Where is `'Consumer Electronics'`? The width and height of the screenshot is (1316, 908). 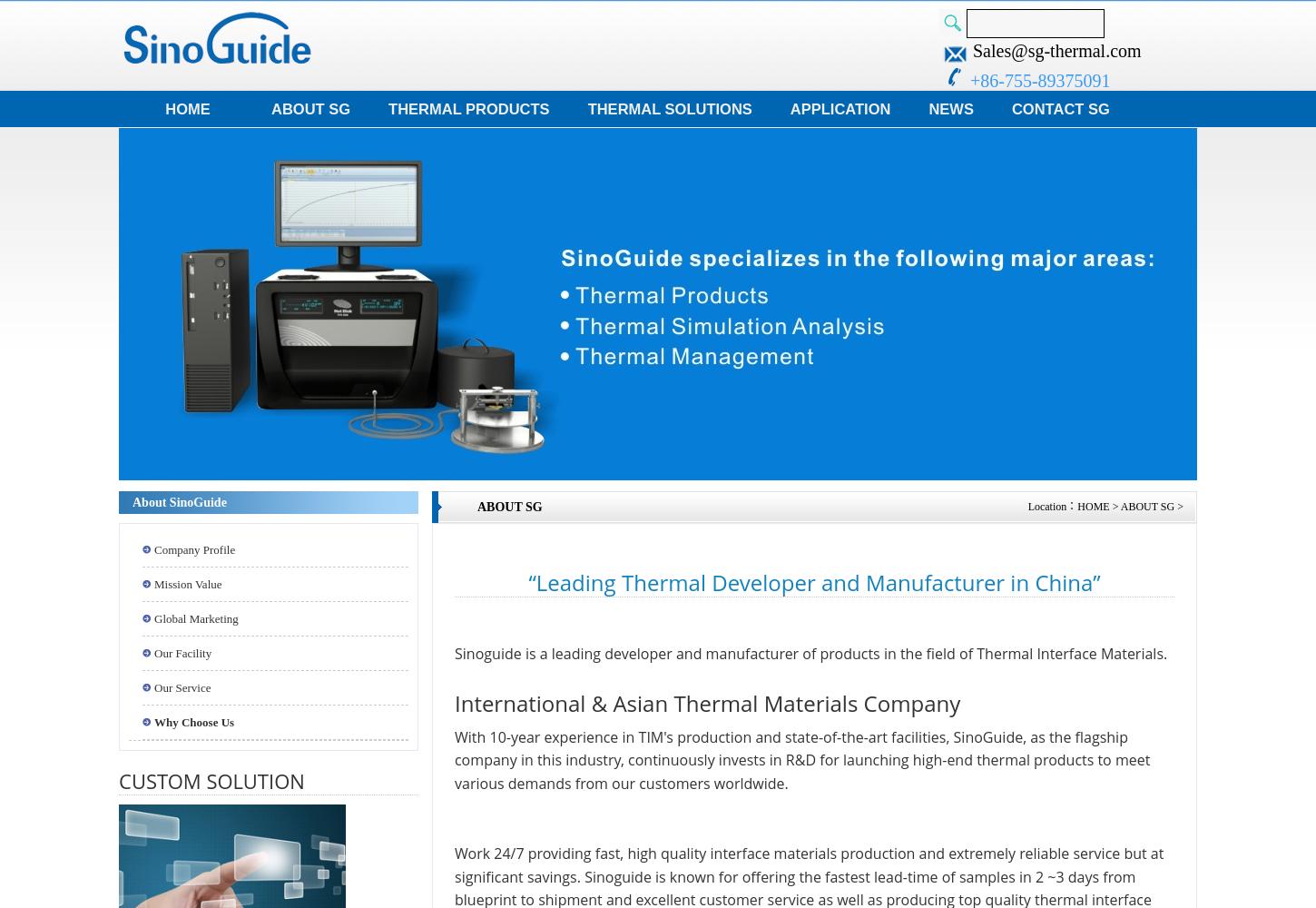 'Consumer Electronics' is located at coordinates (76, 102).